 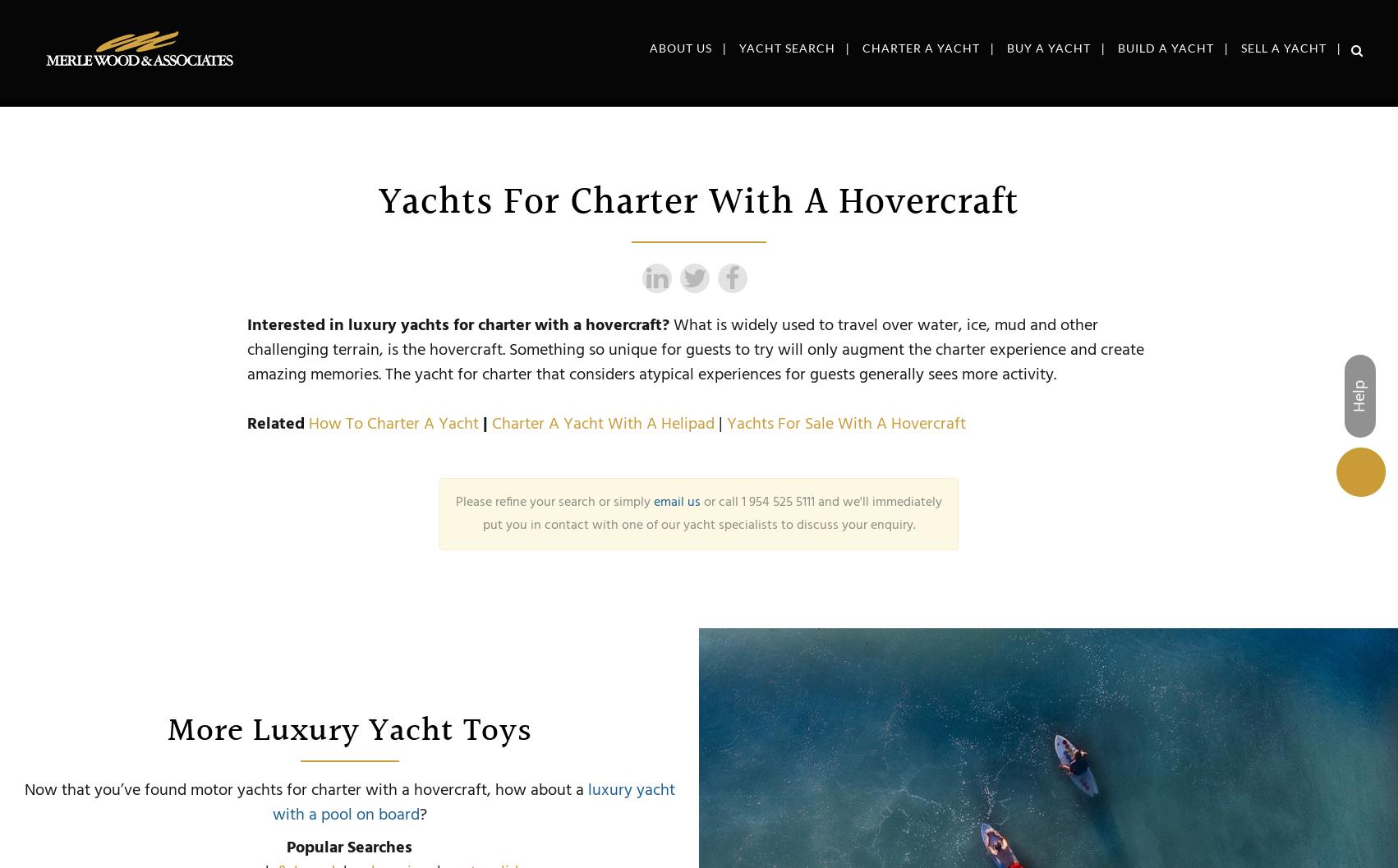 What do you see at coordinates (699, 202) in the screenshot?
I see `'Yachts For Charter With A Hovercraft'` at bounding box center [699, 202].